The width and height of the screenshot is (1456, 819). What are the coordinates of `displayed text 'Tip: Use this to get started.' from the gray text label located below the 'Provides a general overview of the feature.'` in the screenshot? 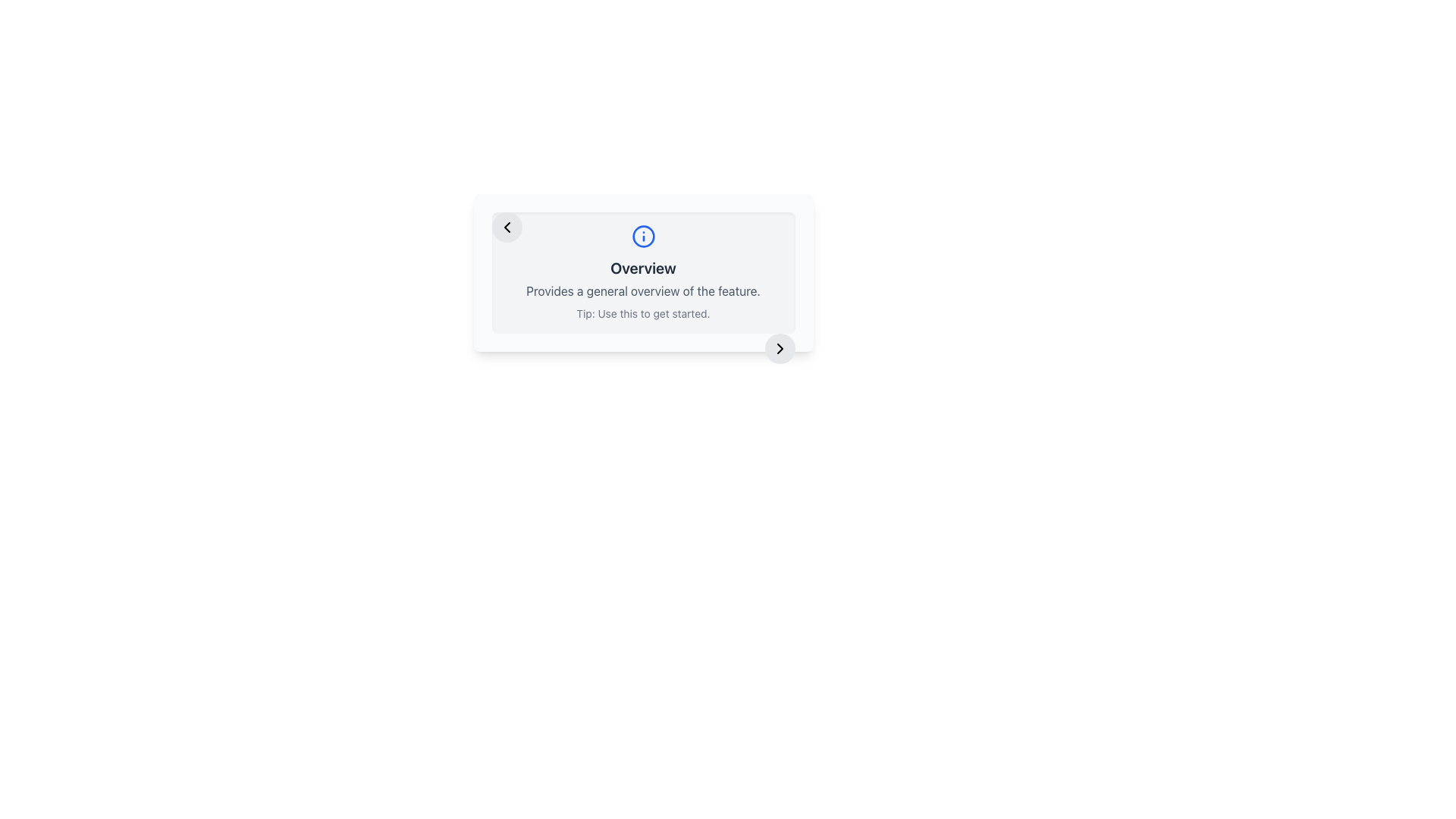 It's located at (643, 312).